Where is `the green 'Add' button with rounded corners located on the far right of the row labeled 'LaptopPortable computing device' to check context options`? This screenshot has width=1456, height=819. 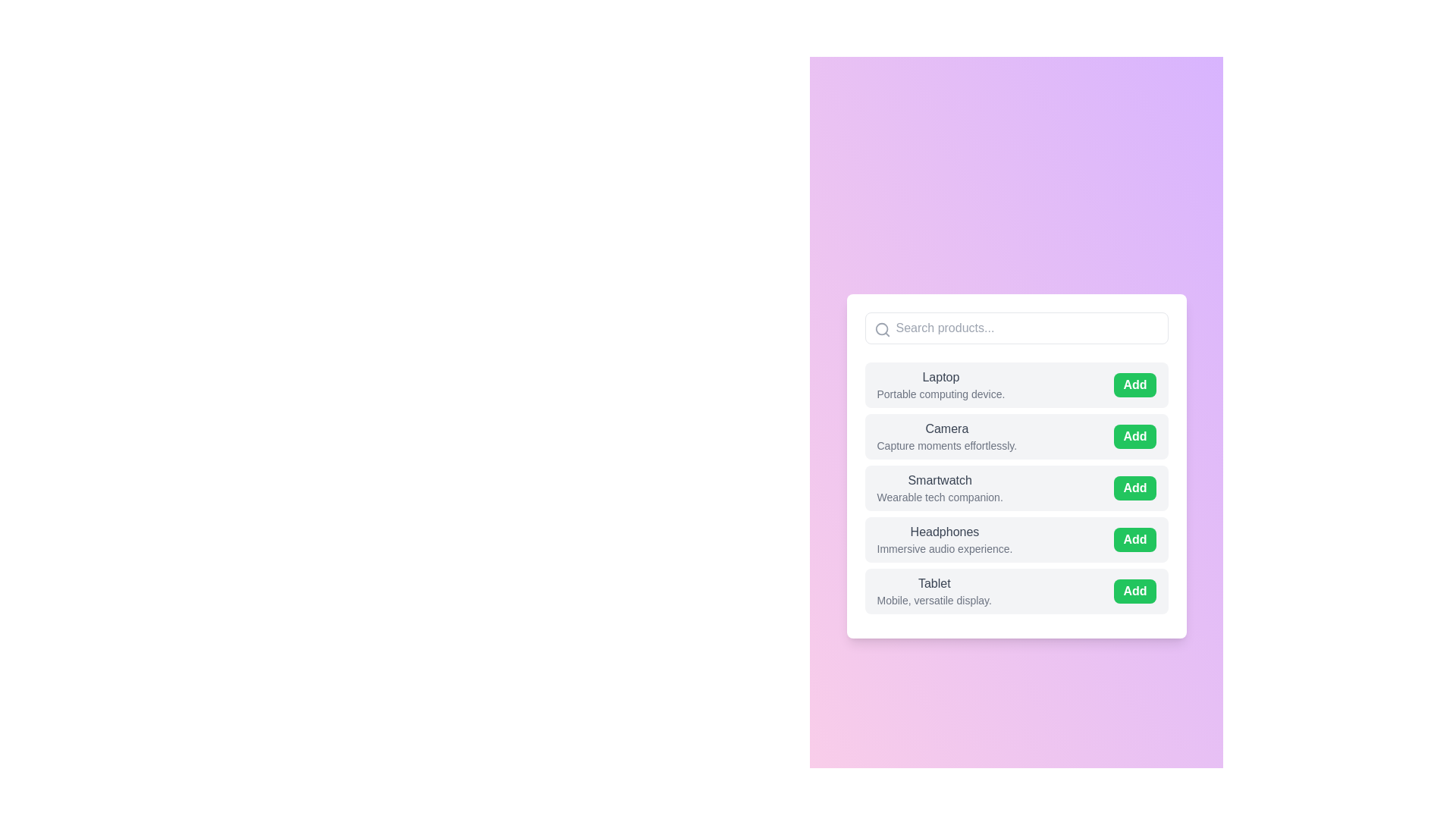 the green 'Add' button with rounded corners located on the far right of the row labeled 'LaptopPortable computing device' to check context options is located at coordinates (1134, 384).